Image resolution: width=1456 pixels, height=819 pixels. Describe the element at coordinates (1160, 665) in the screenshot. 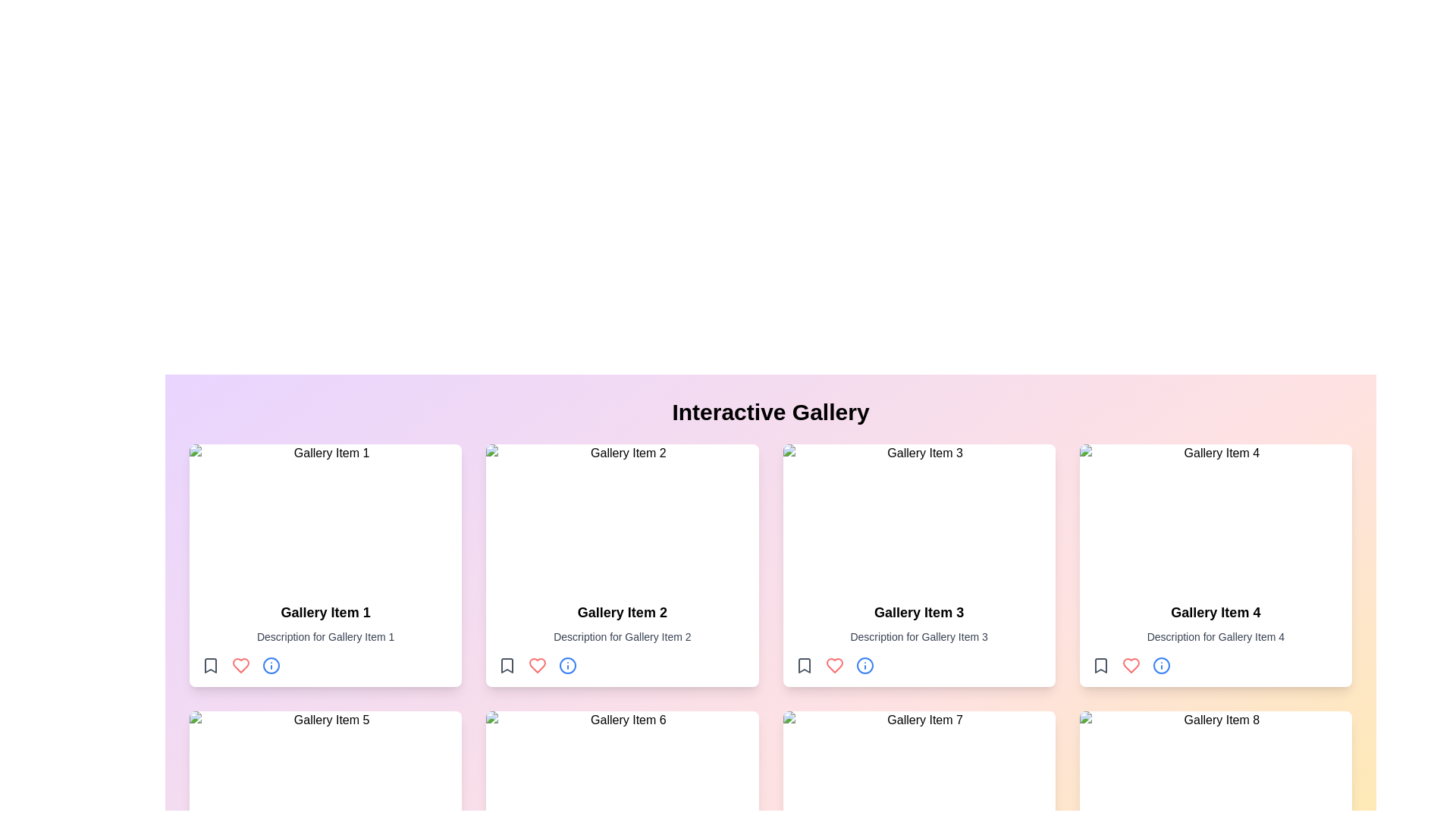

I see `the circular blue outlined information icon with an 'i' symbol located at the bottom of the fourth gallery item card` at that location.